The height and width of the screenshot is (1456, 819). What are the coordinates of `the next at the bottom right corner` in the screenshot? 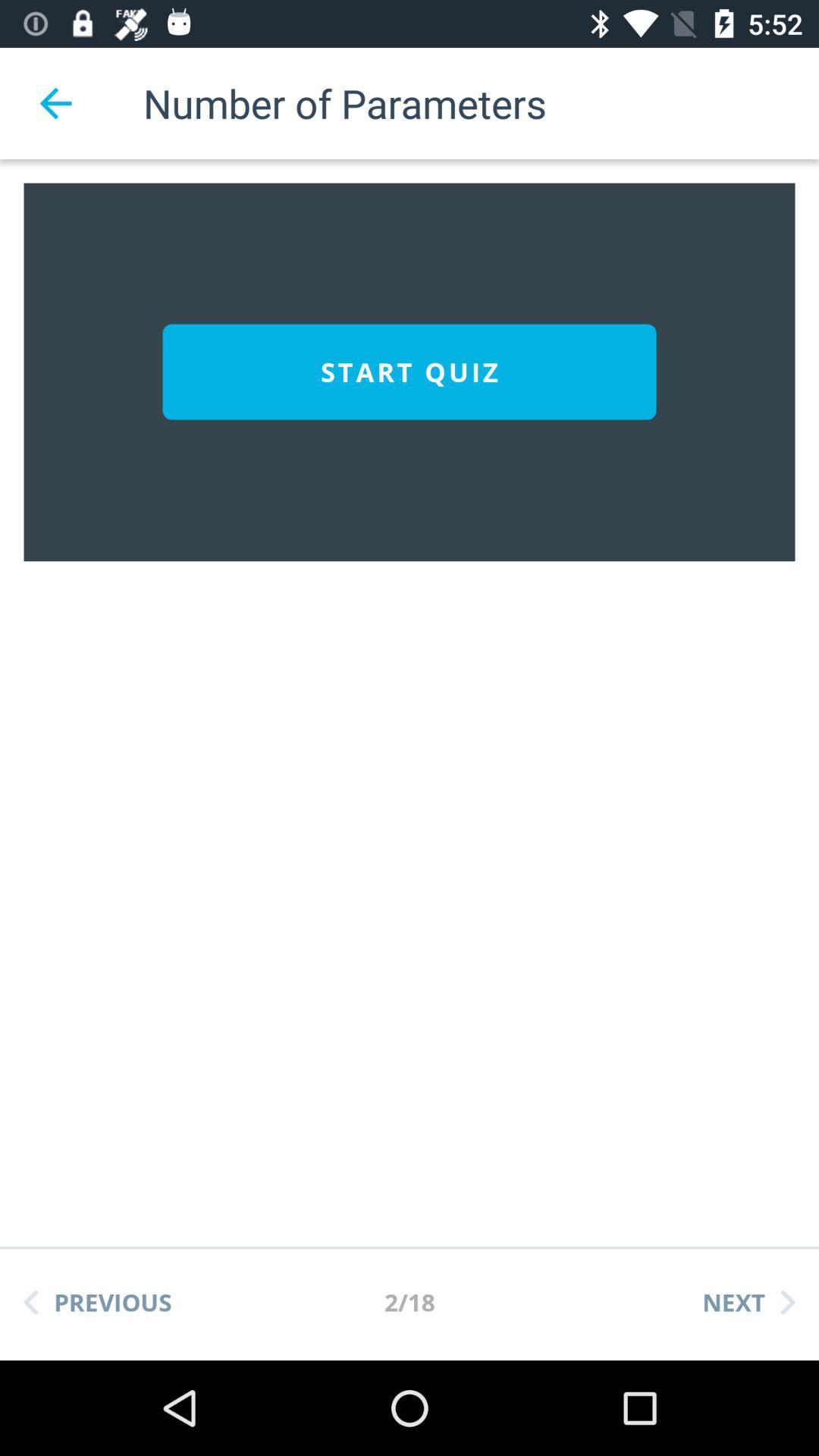 It's located at (748, 1301).